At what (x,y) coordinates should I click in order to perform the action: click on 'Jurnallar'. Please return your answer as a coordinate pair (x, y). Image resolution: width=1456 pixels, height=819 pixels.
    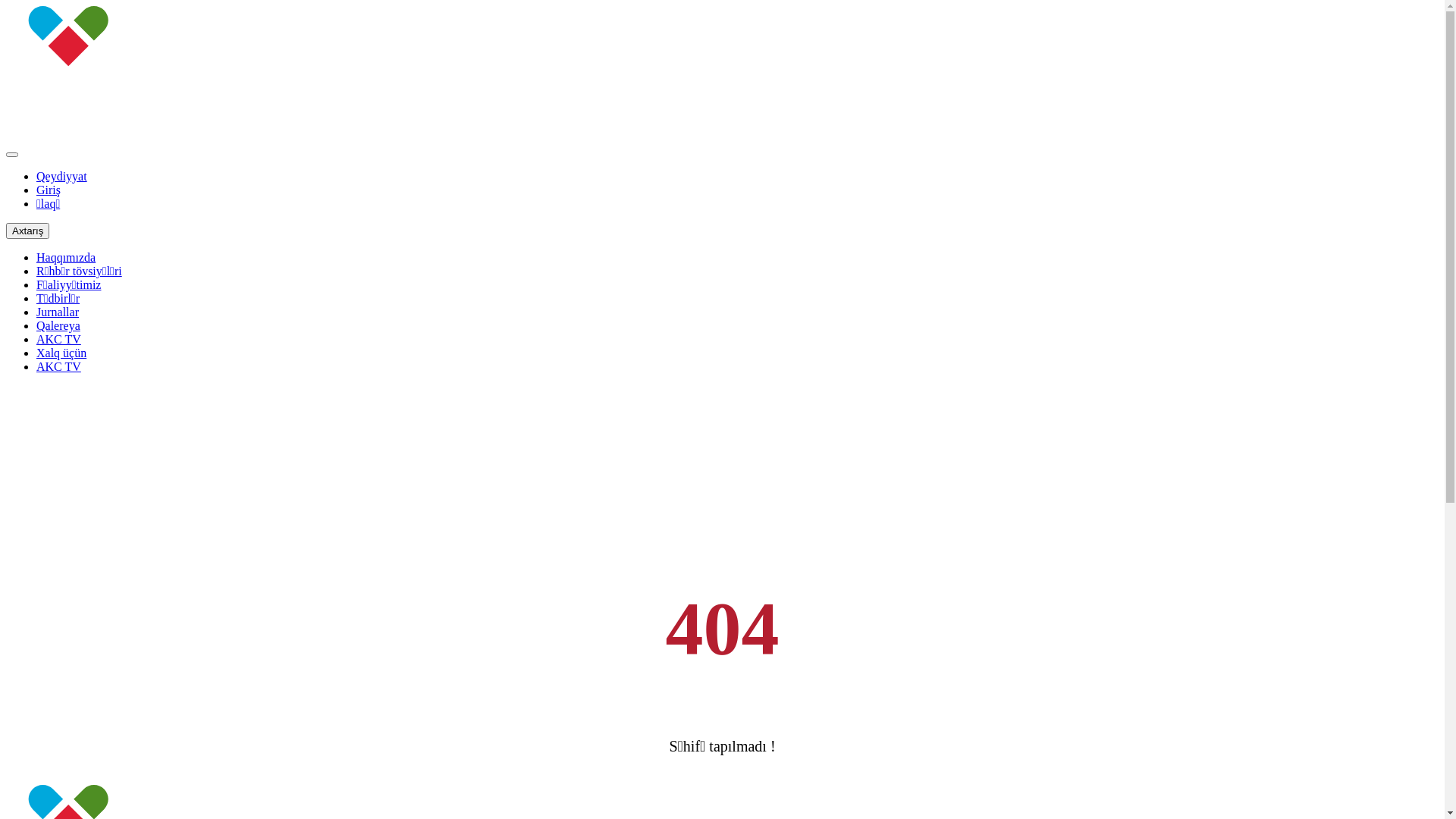
    Looking at the image, I should click on (58, 311).